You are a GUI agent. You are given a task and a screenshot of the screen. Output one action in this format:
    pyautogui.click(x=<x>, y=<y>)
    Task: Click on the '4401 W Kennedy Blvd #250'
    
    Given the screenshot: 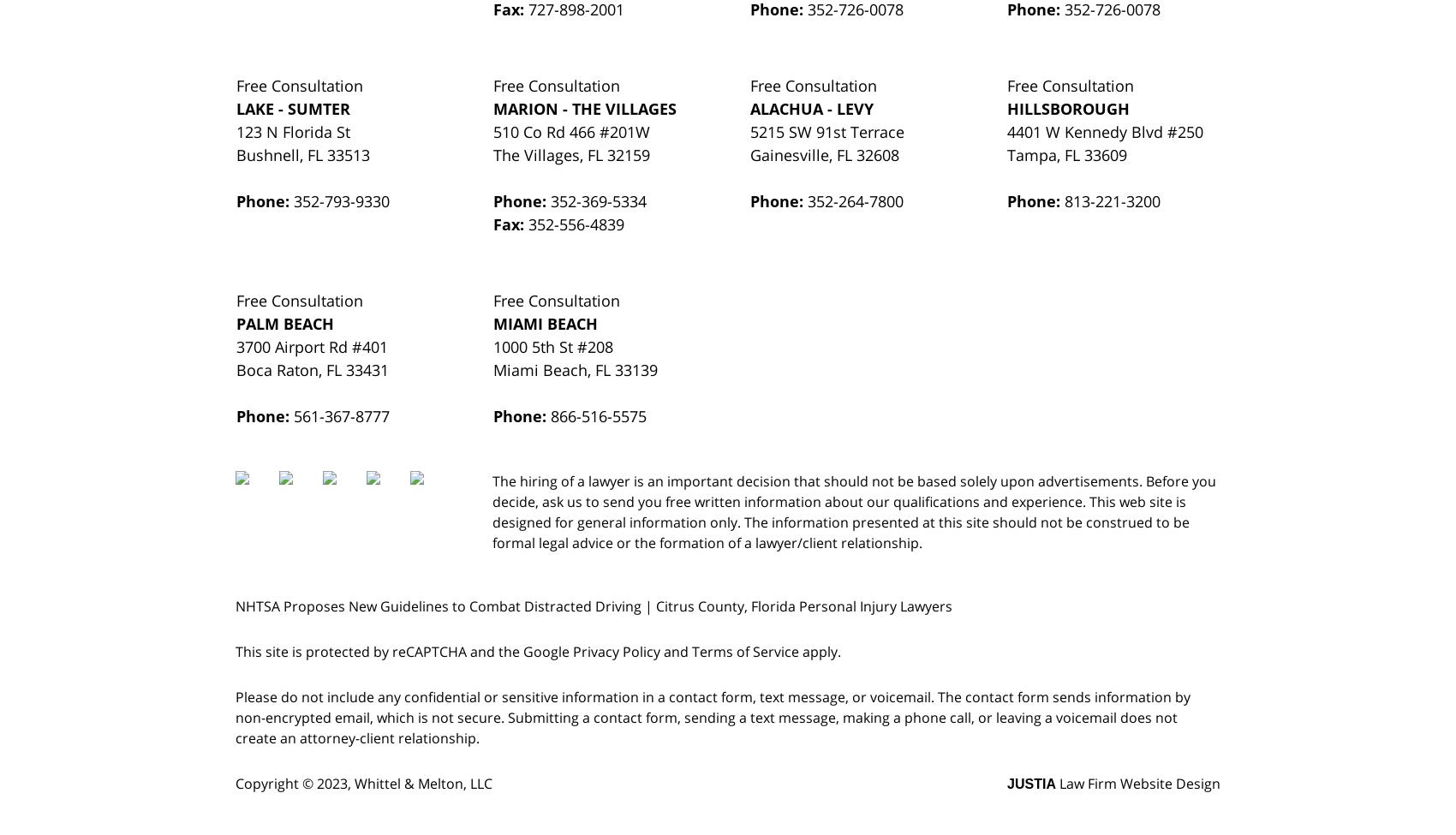 What is the action you would take?
    pyautogui.click(x=1006, y=130)
    